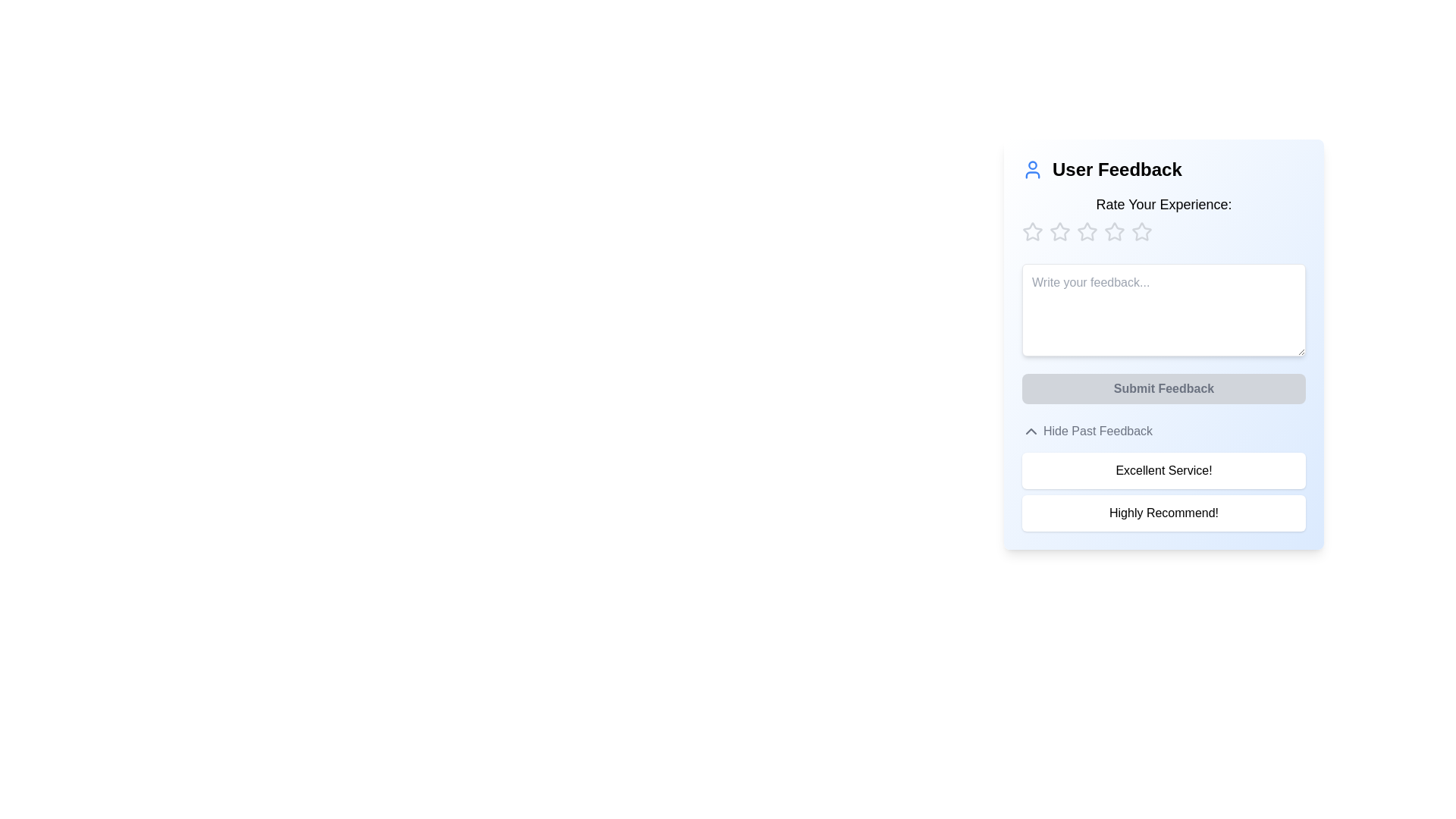 The image size is (1456, 819). Describe the element at coordinates (1087, 231) in the screenshot. I see `the visual status of the second star icon in the User Feedback panel, which is part of a rating system` at that location.